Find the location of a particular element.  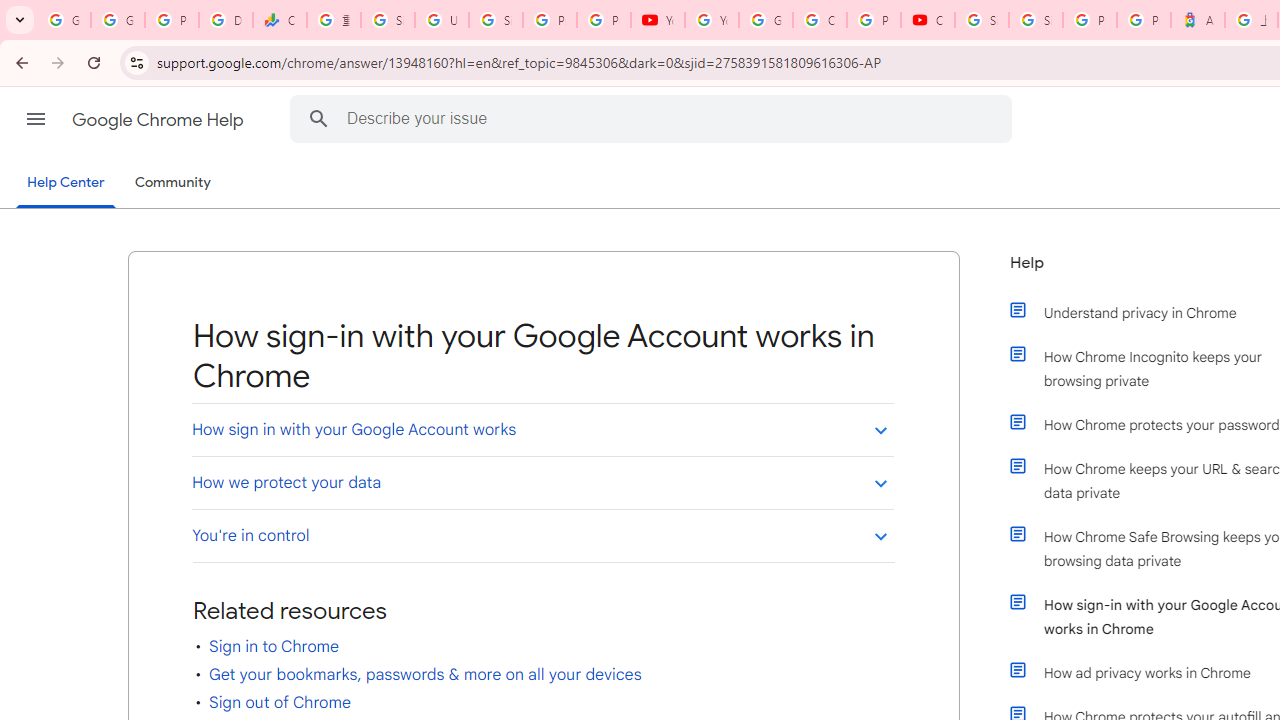

'Currencies - Google Finance' is located at coordinates (279, 20).